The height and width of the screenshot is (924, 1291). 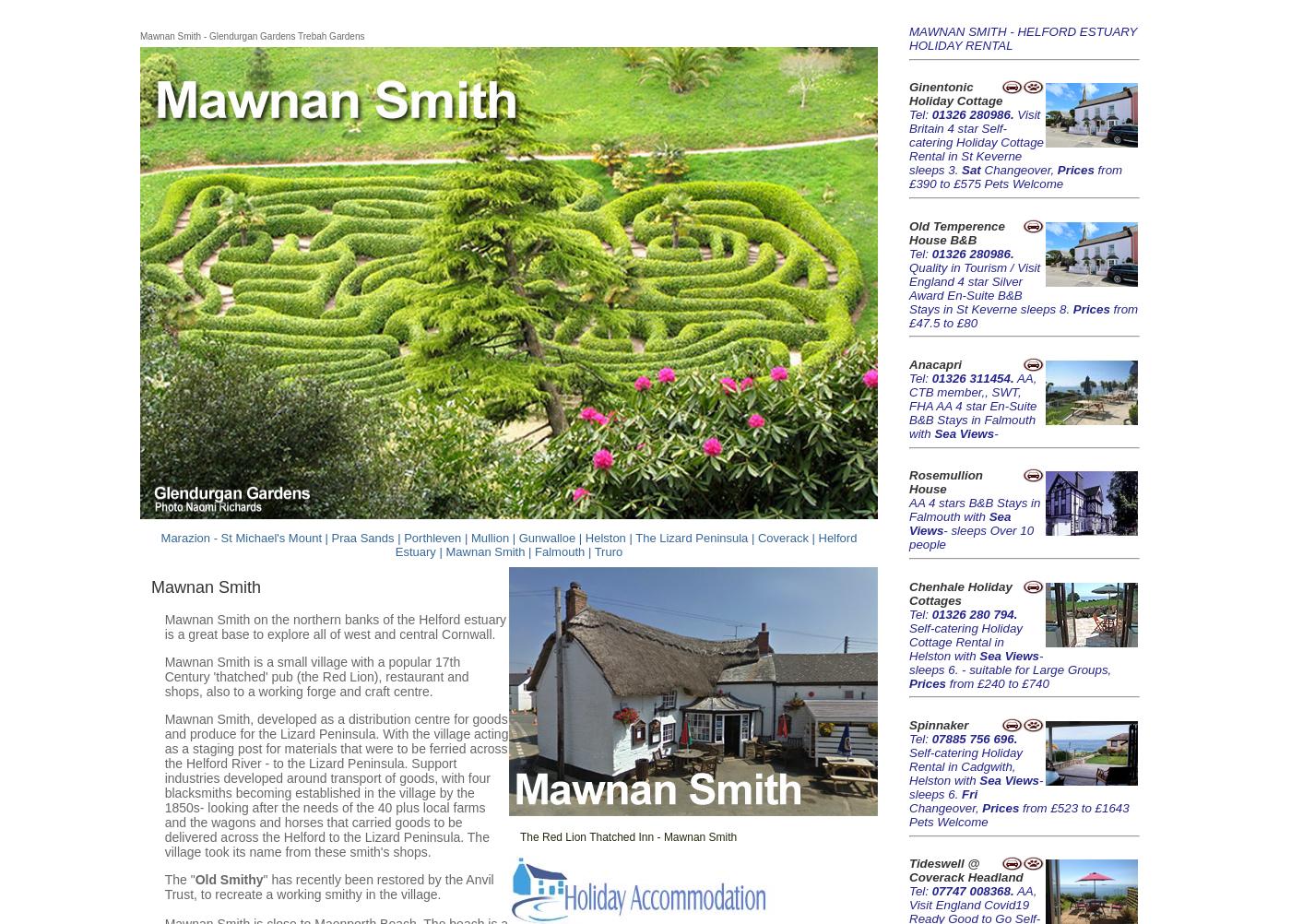 I want to click on 'Fri', so click(x=969, y=793).